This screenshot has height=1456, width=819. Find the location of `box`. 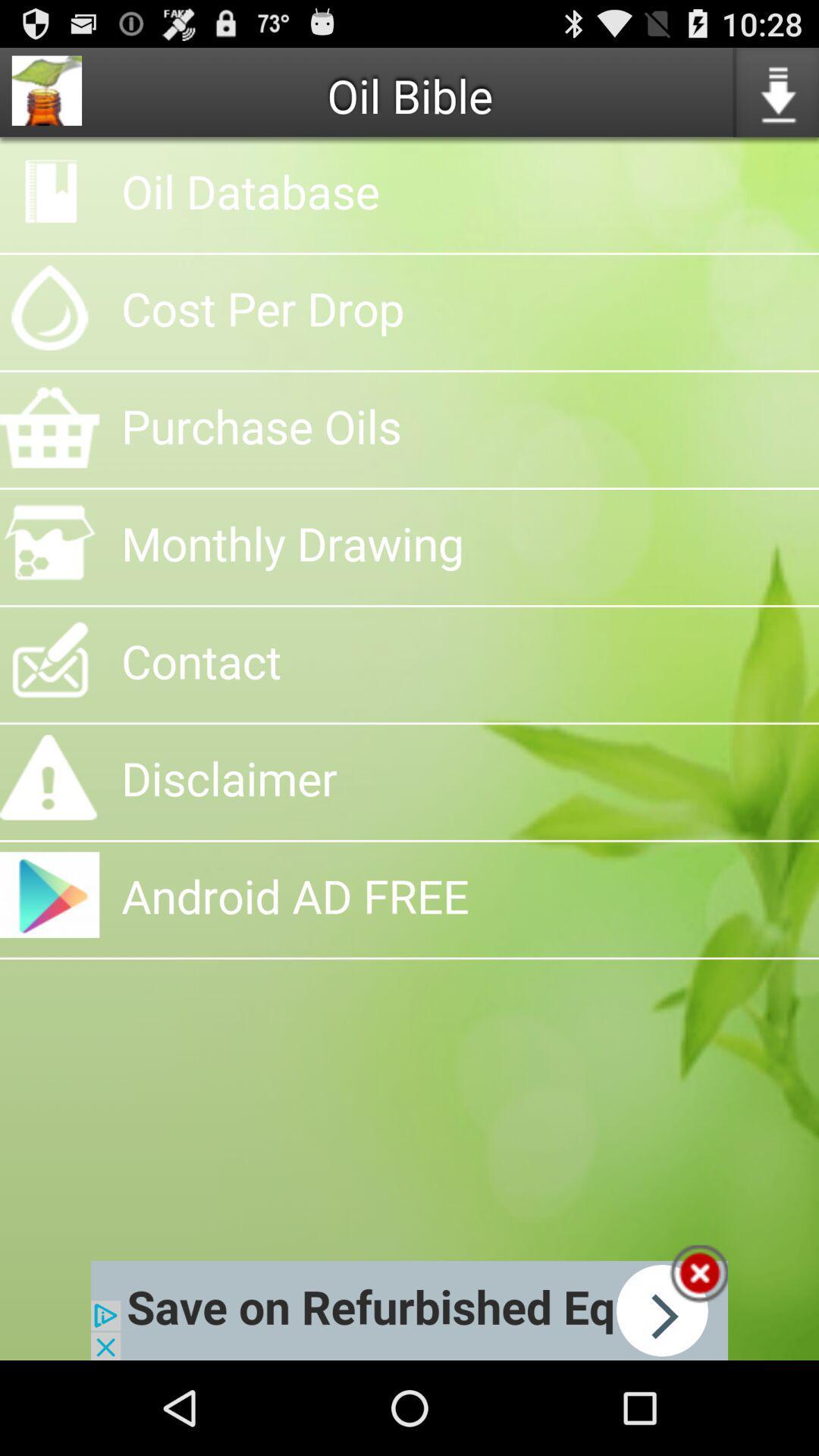

box is located at coordinates (698, 1274).